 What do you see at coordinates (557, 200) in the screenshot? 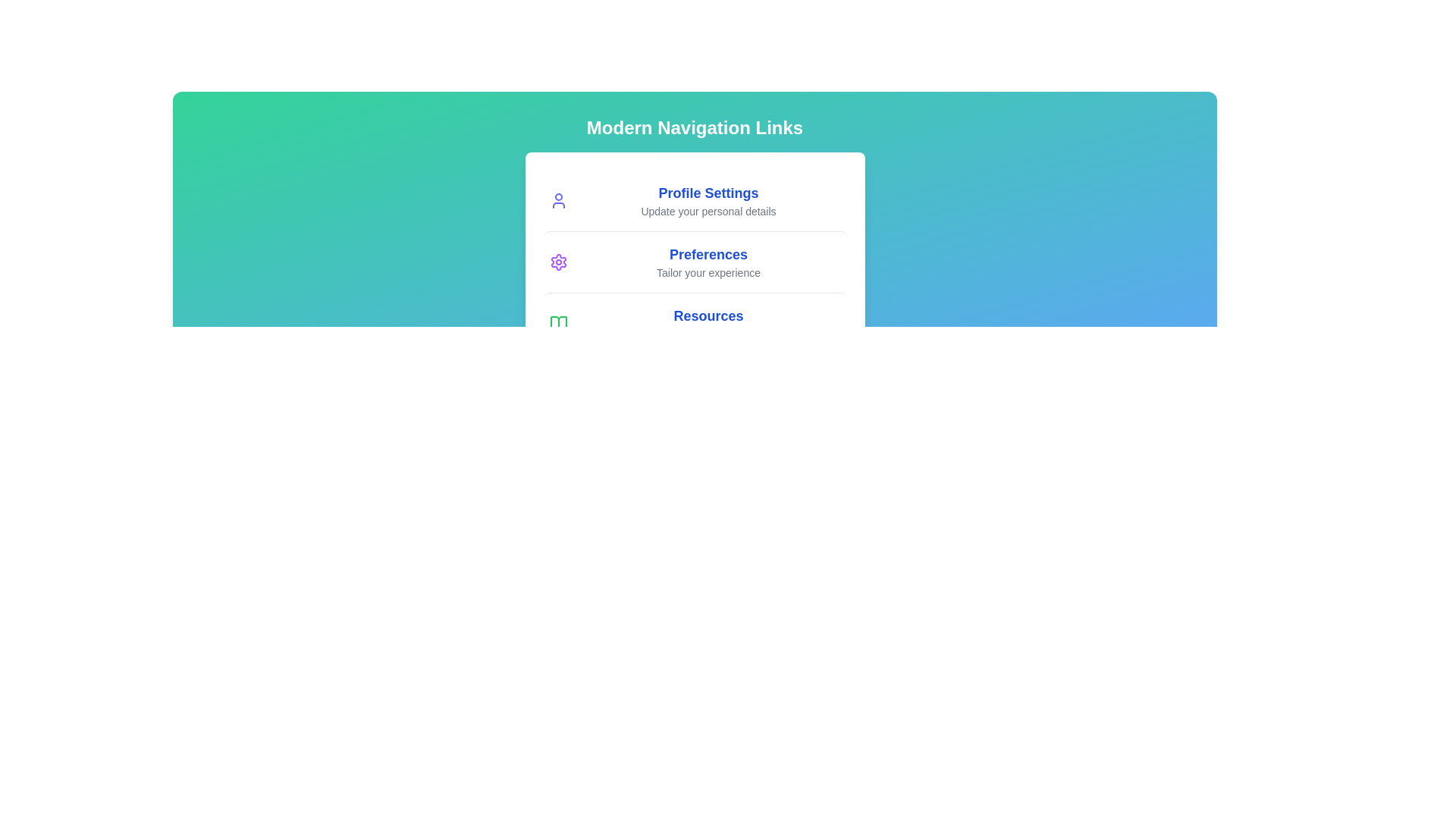
I see `the user icon, which is a simplistic outline of a head and shoulders in deep blue color, located to the left of the text 'Profile Settings' in the first item of the vertical navigation list` at bounding box center [557, 200].